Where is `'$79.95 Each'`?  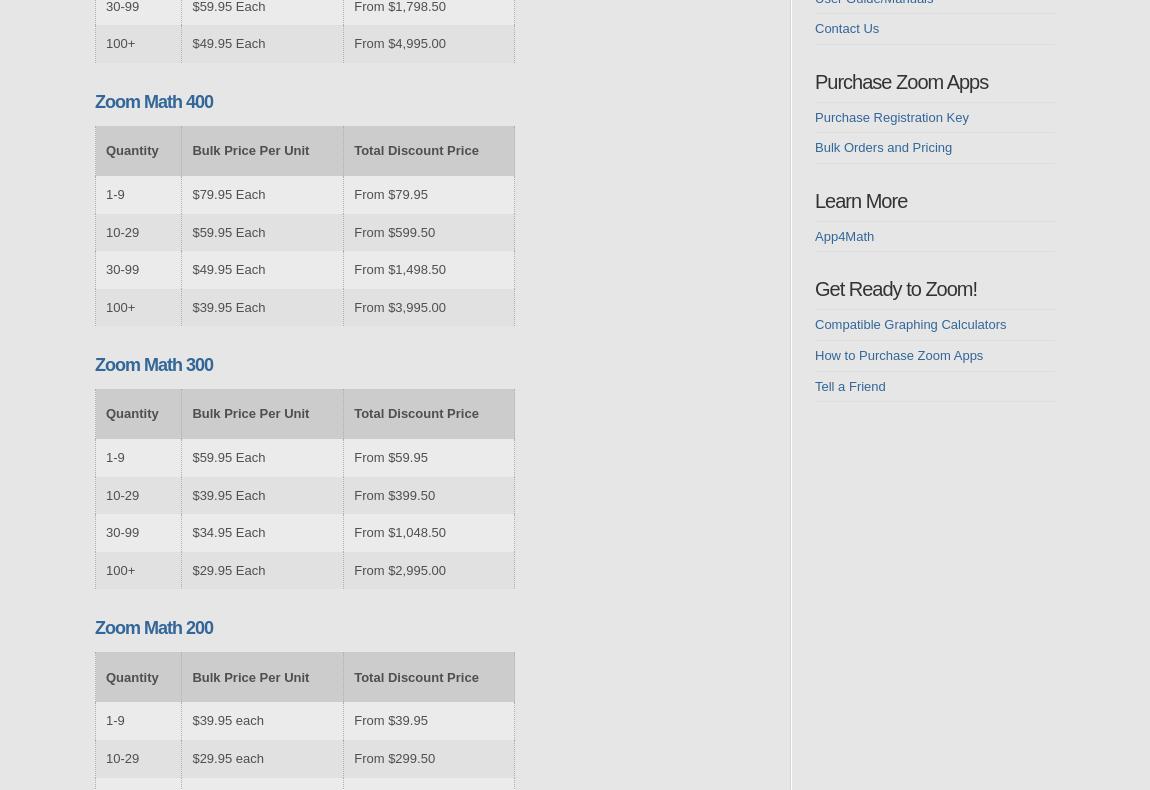
'$79.95 Each' is located at coordinates (227, 193).